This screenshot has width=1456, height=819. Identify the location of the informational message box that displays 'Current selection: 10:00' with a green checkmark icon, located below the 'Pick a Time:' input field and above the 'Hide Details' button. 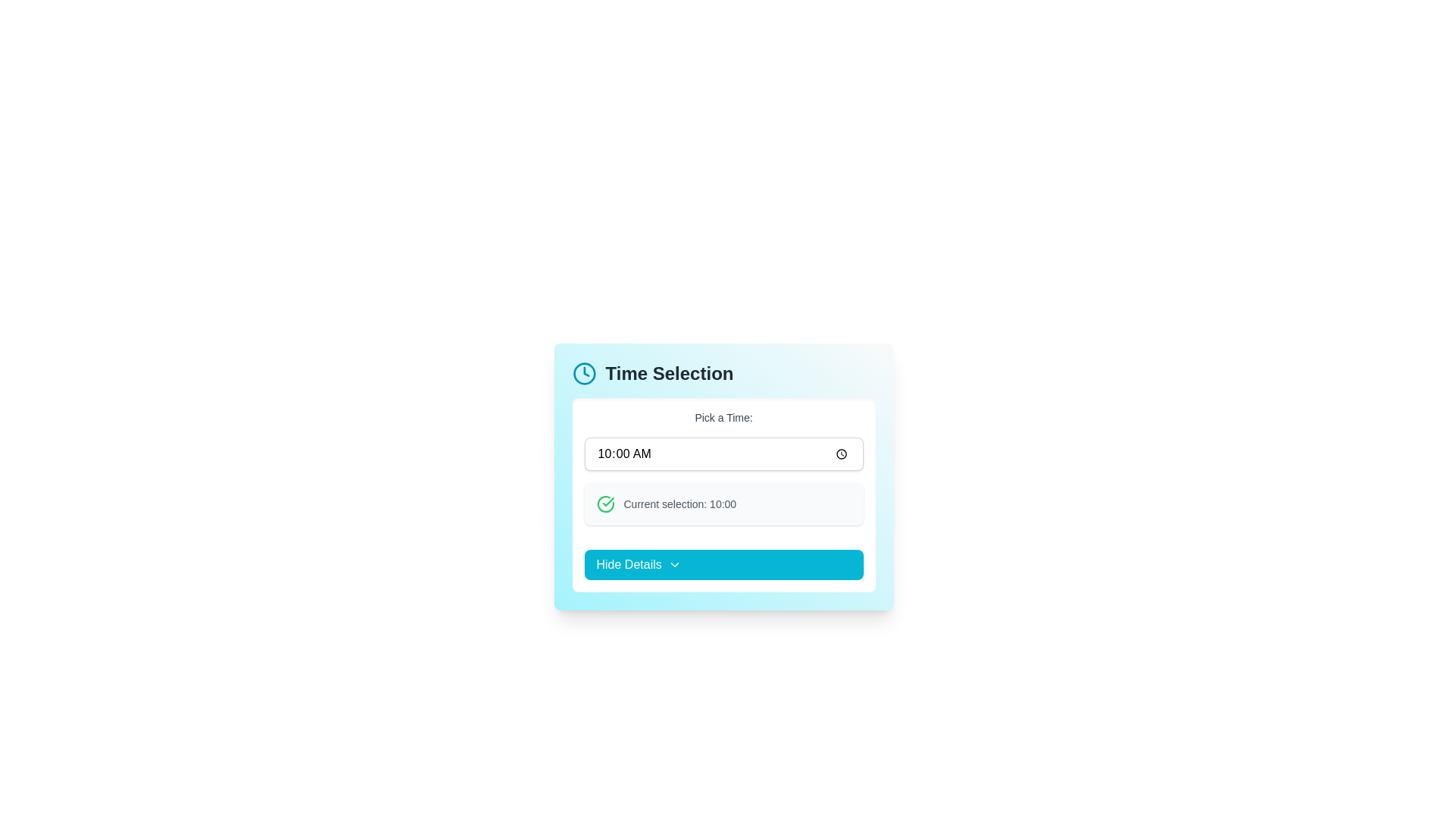
(723, 504).